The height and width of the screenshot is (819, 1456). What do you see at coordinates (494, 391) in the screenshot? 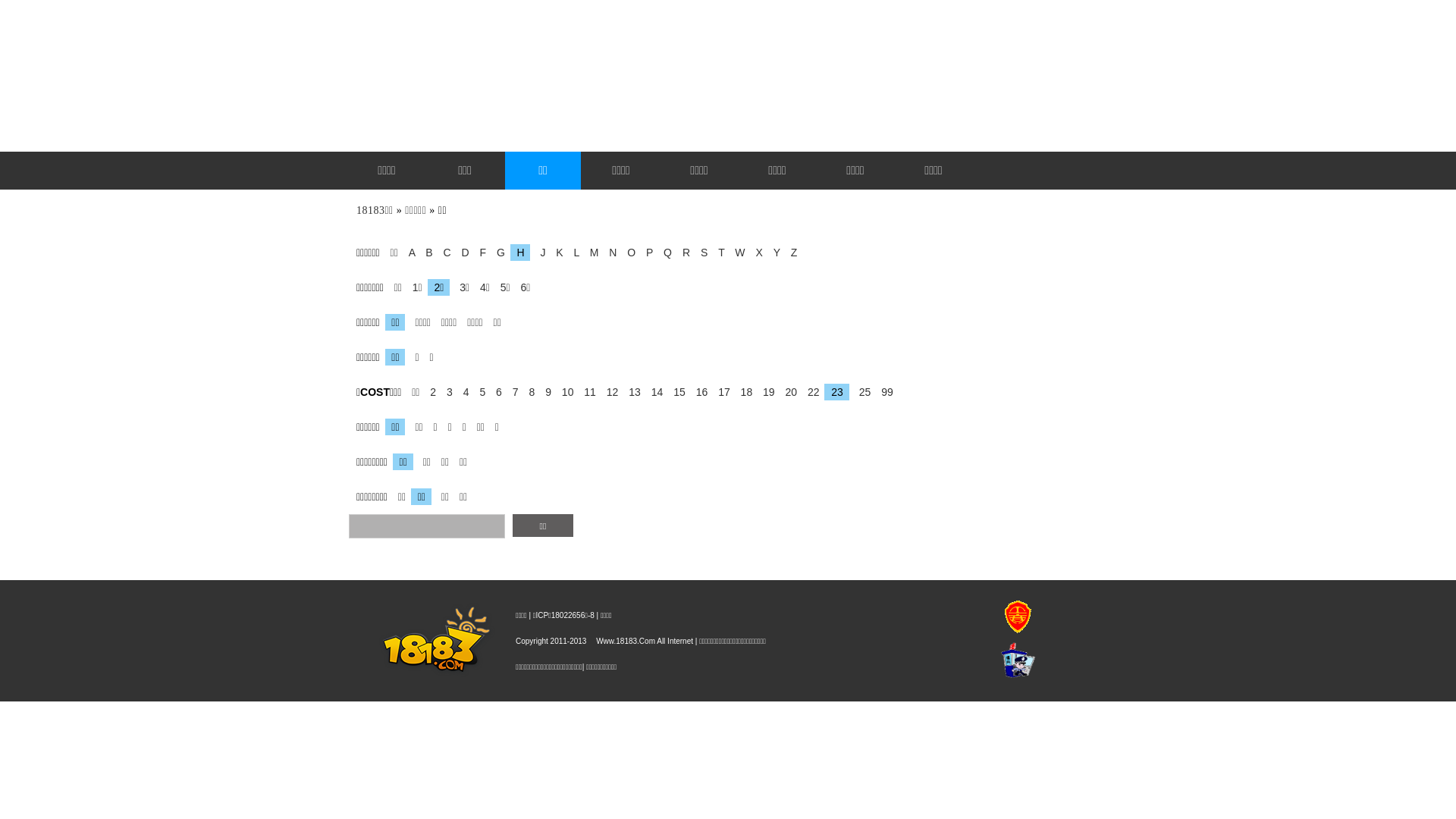
I see `'6'` at bounding box center [494, 391].